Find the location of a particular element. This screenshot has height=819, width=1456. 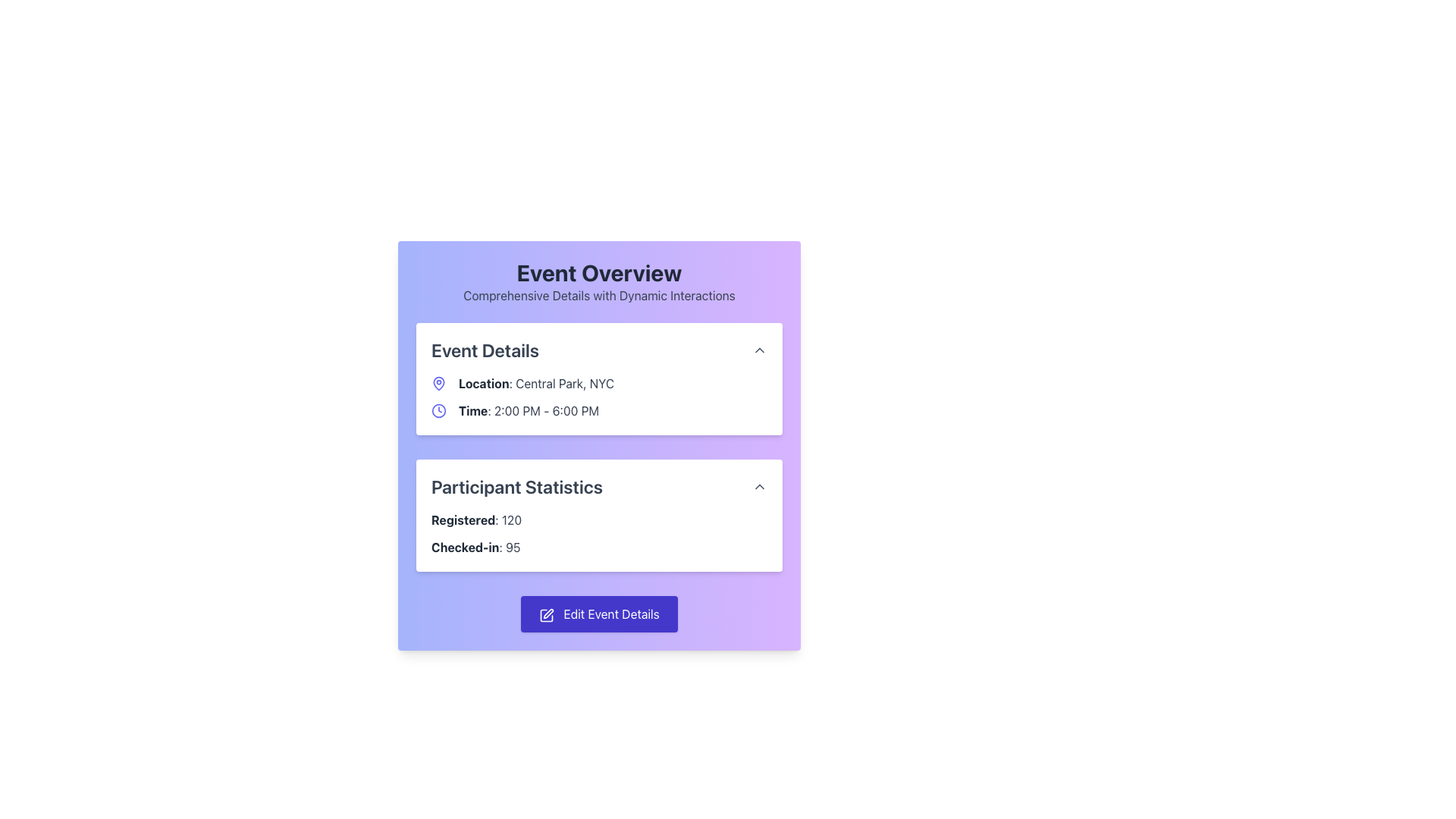

the text label displaying 'Comprehensive Details with Dynamic Interactions' which is centrally aligned below the 'Event Overview' heading on a gradient purple background is located at coordinates (598, 295).